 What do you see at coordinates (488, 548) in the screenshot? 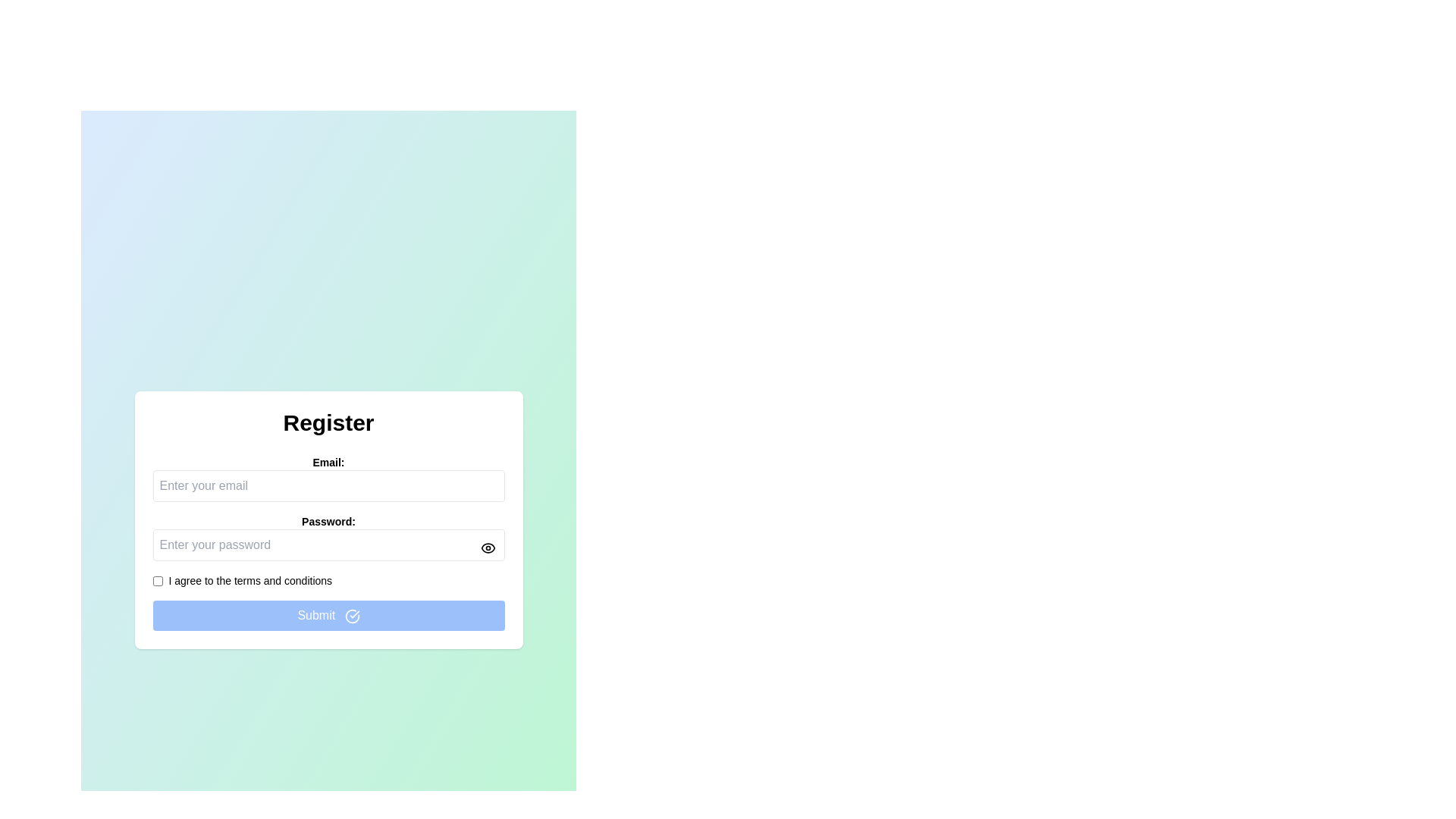
I see `the password visibility toggle button located to the right of the password input field` at bounding box center [488, 548].